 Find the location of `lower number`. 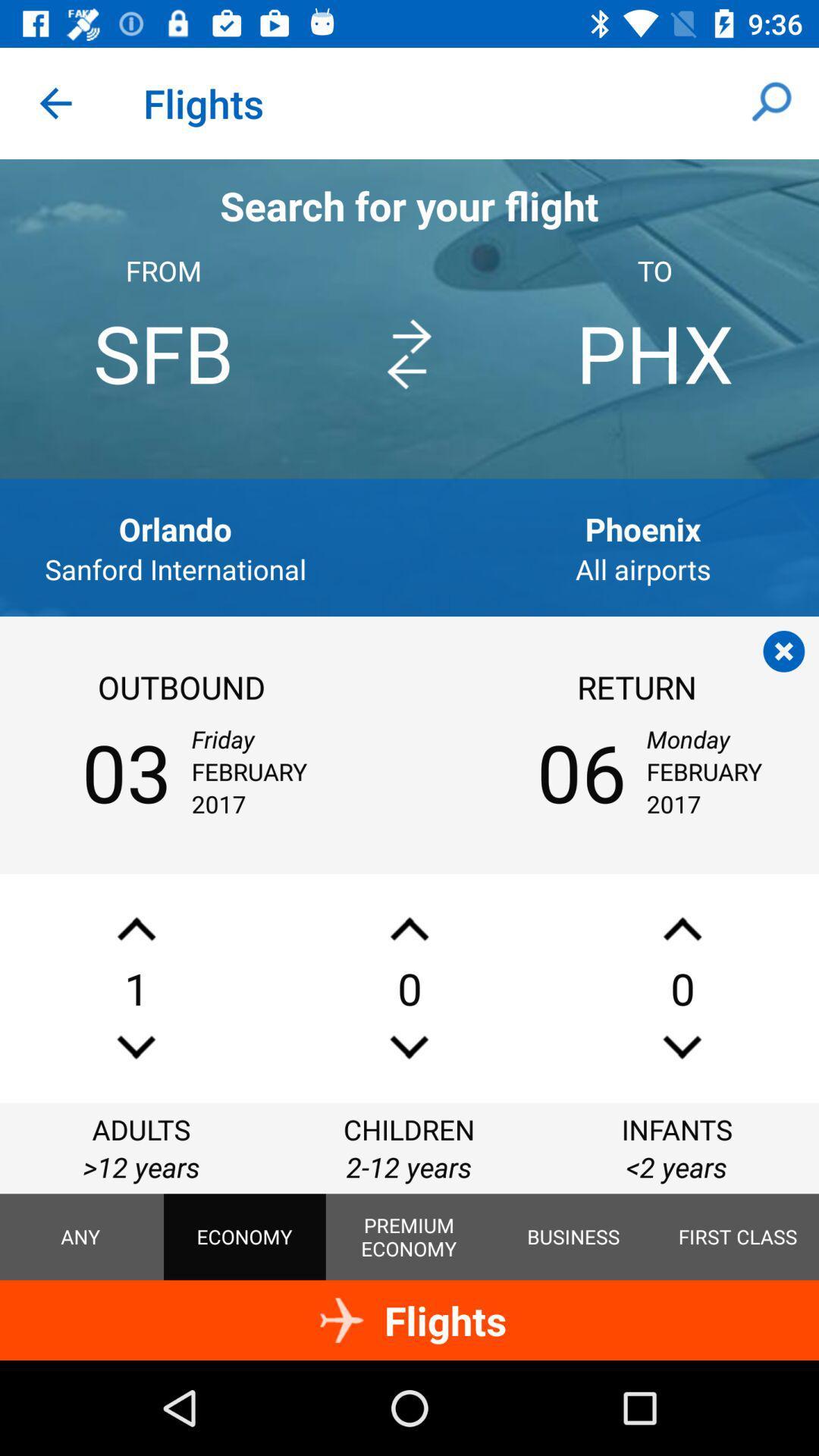

lower number is located at coordinates (681, 1046).